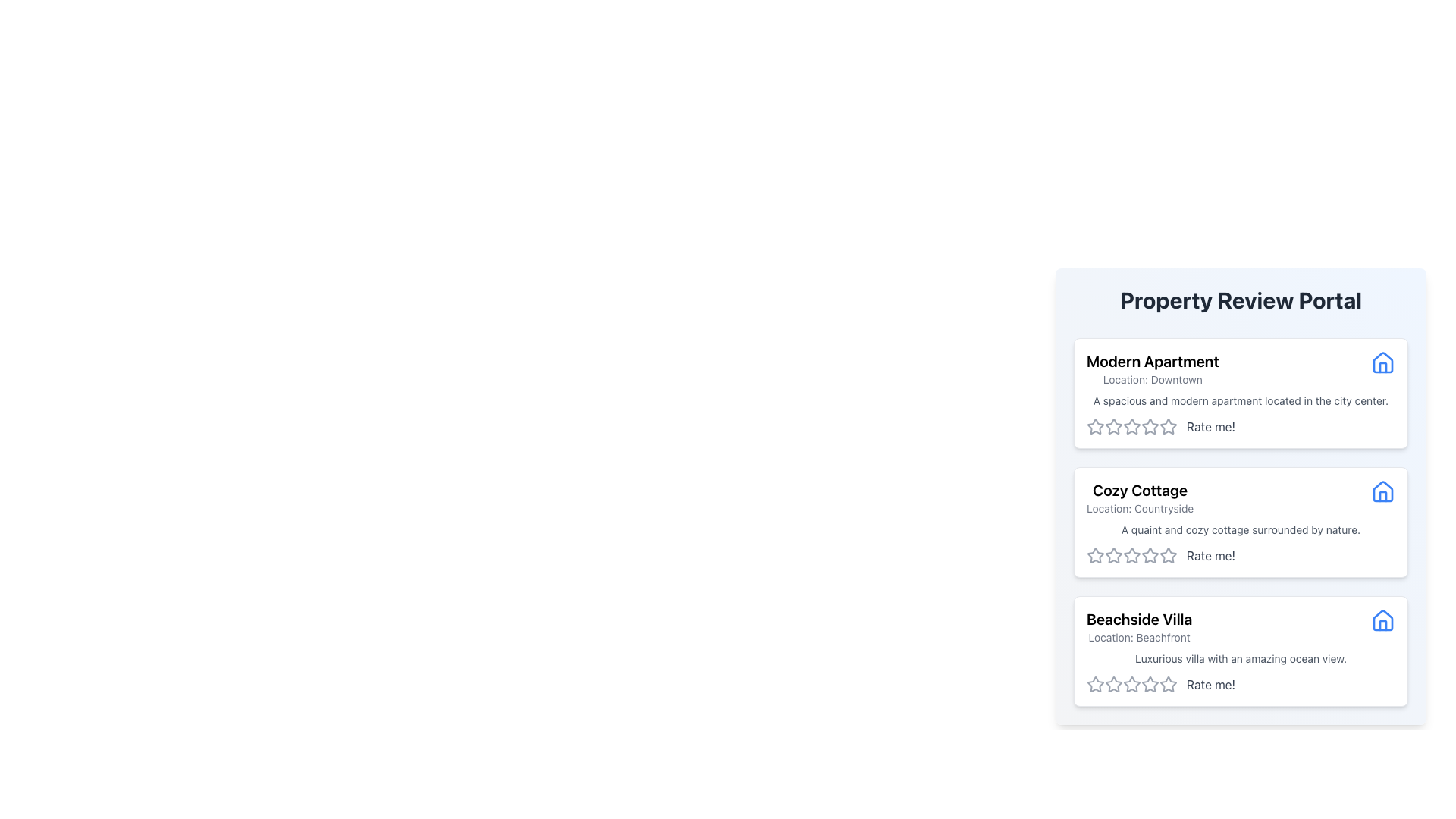  I want to click on the third star icon in the rating system under the 'Rate me!' label of the 'Cozy Cottage' property card, so click(1131, 555).